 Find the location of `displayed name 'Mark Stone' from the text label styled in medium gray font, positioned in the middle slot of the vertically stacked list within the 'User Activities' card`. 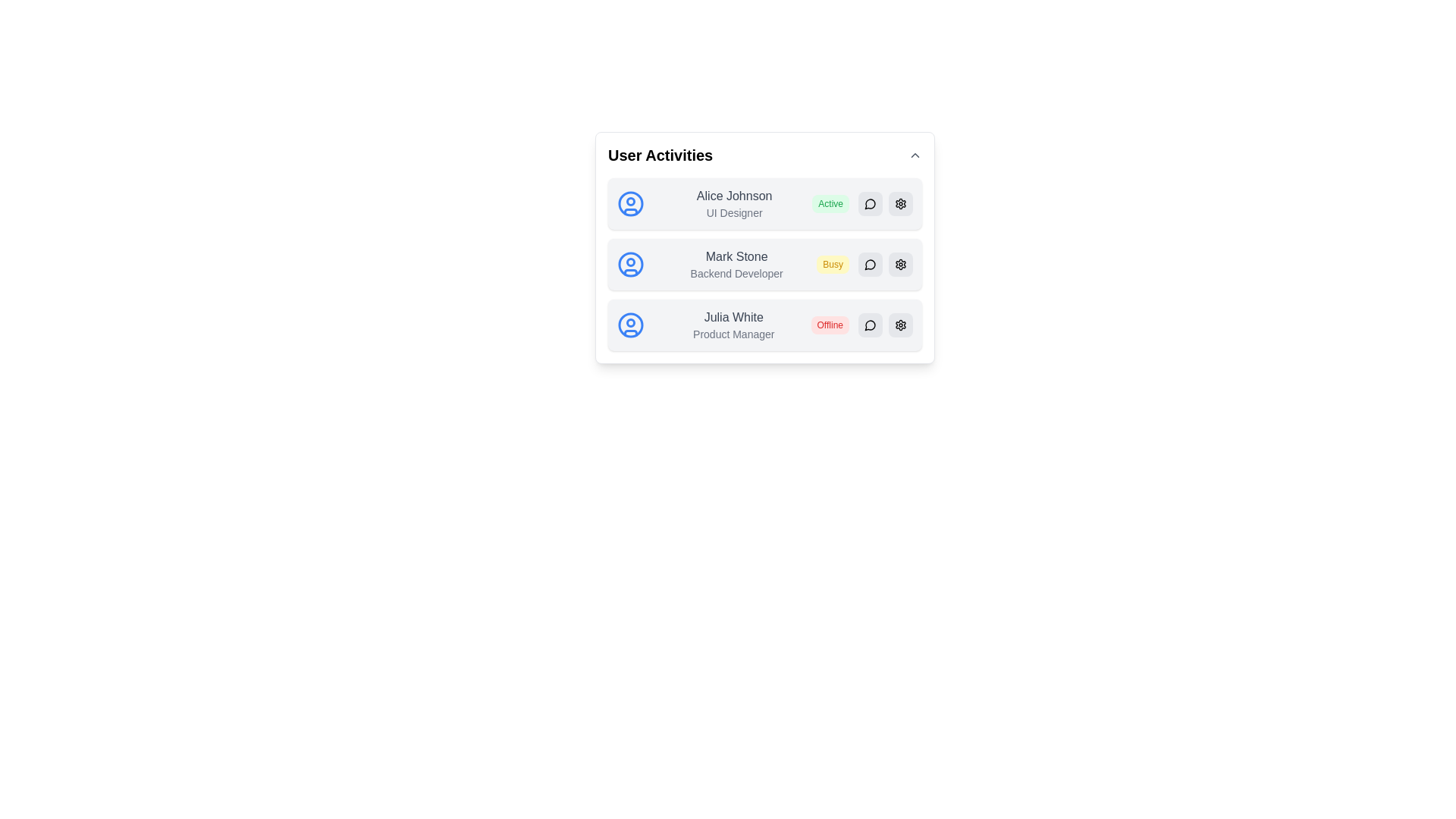

displayed name 'Mark Stone' from the text label styled in medium gray font, positioned in the middle slot of the vertically stacked list within the 'User Activities' card is located at coordinates (736, 256).